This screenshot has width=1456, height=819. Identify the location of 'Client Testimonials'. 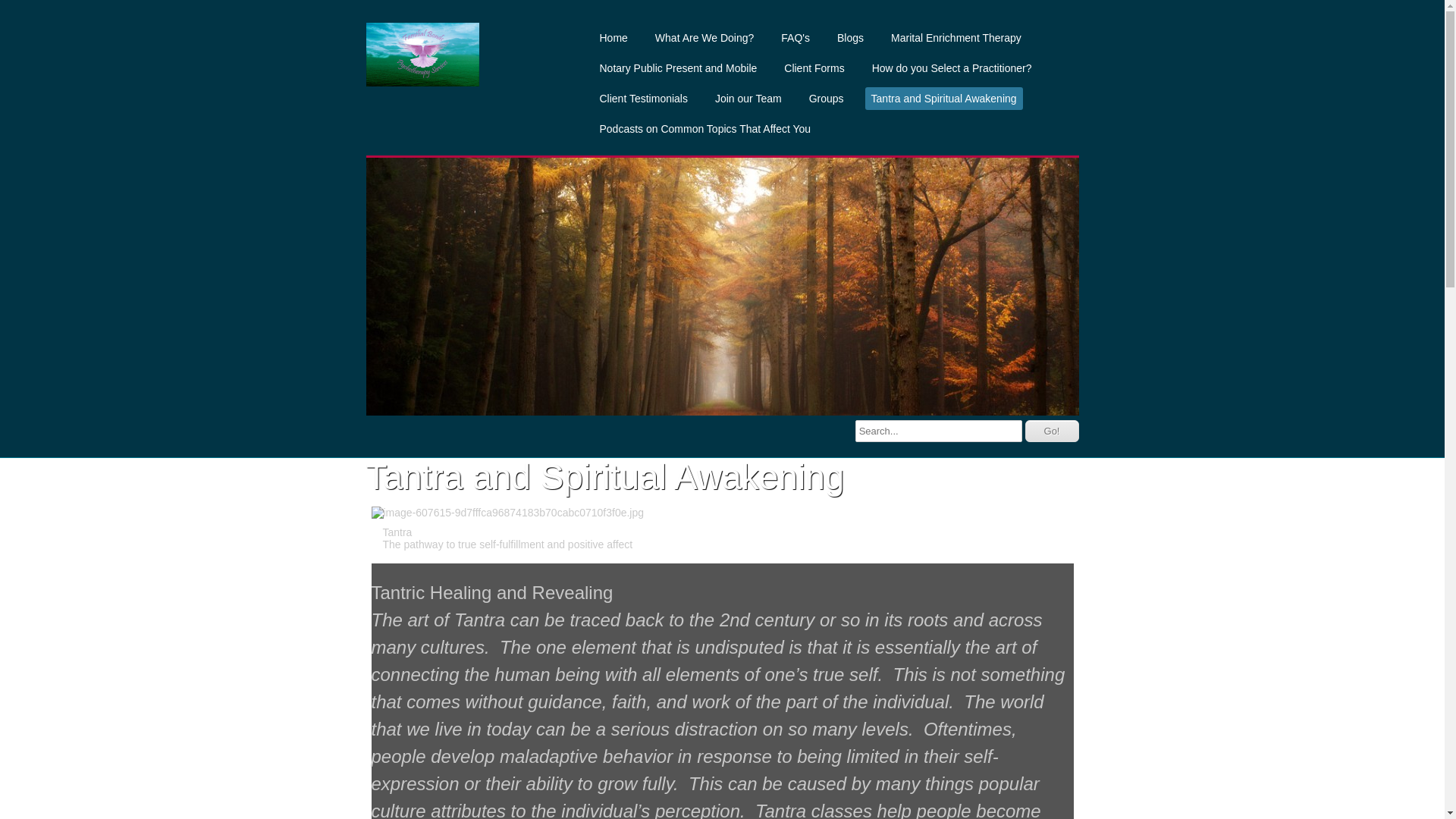
(643, 99).